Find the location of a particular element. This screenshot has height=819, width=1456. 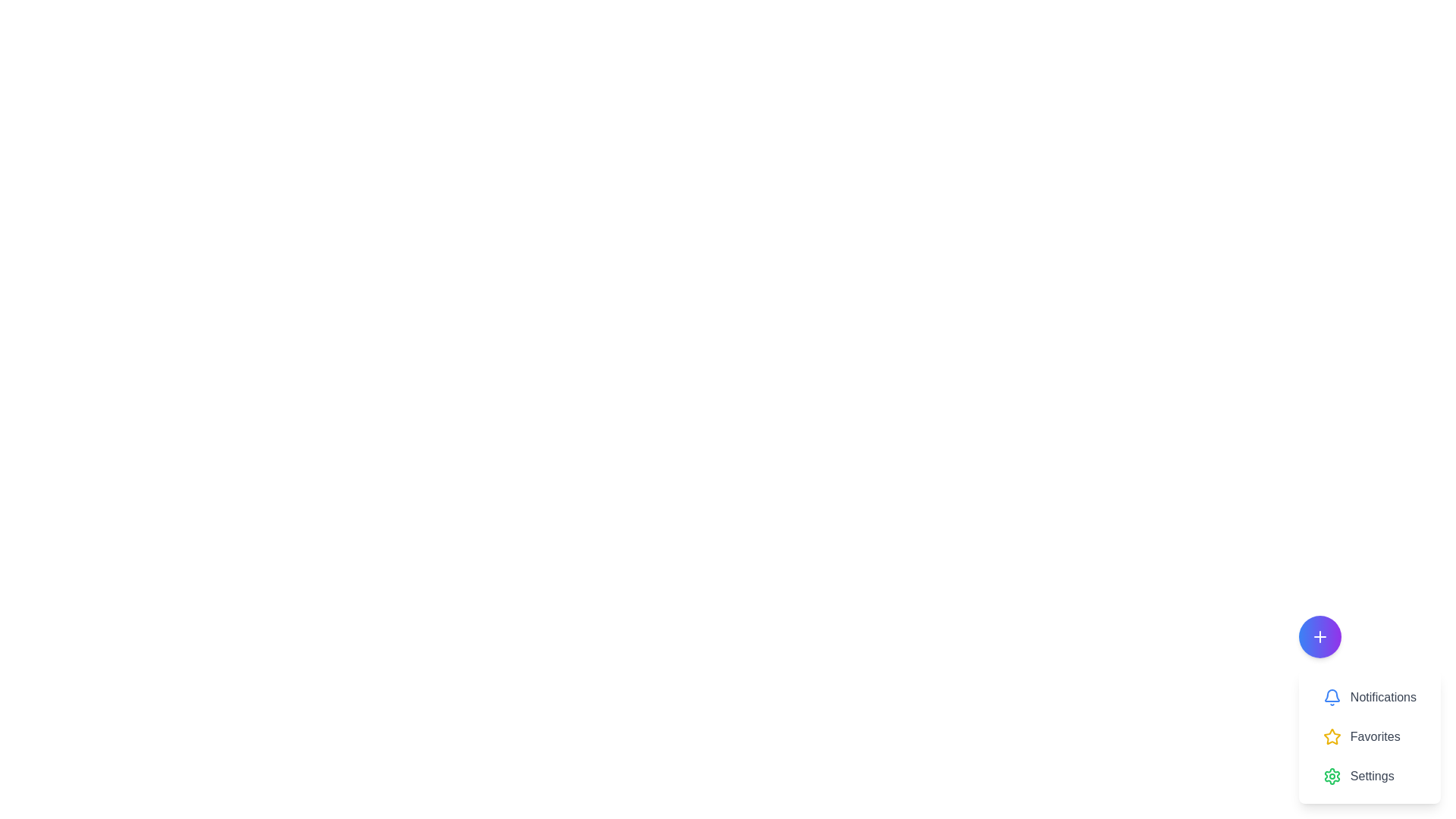

the circular button with a gradient background and a white plus sign (+) is located at coordinates (1319, 637).